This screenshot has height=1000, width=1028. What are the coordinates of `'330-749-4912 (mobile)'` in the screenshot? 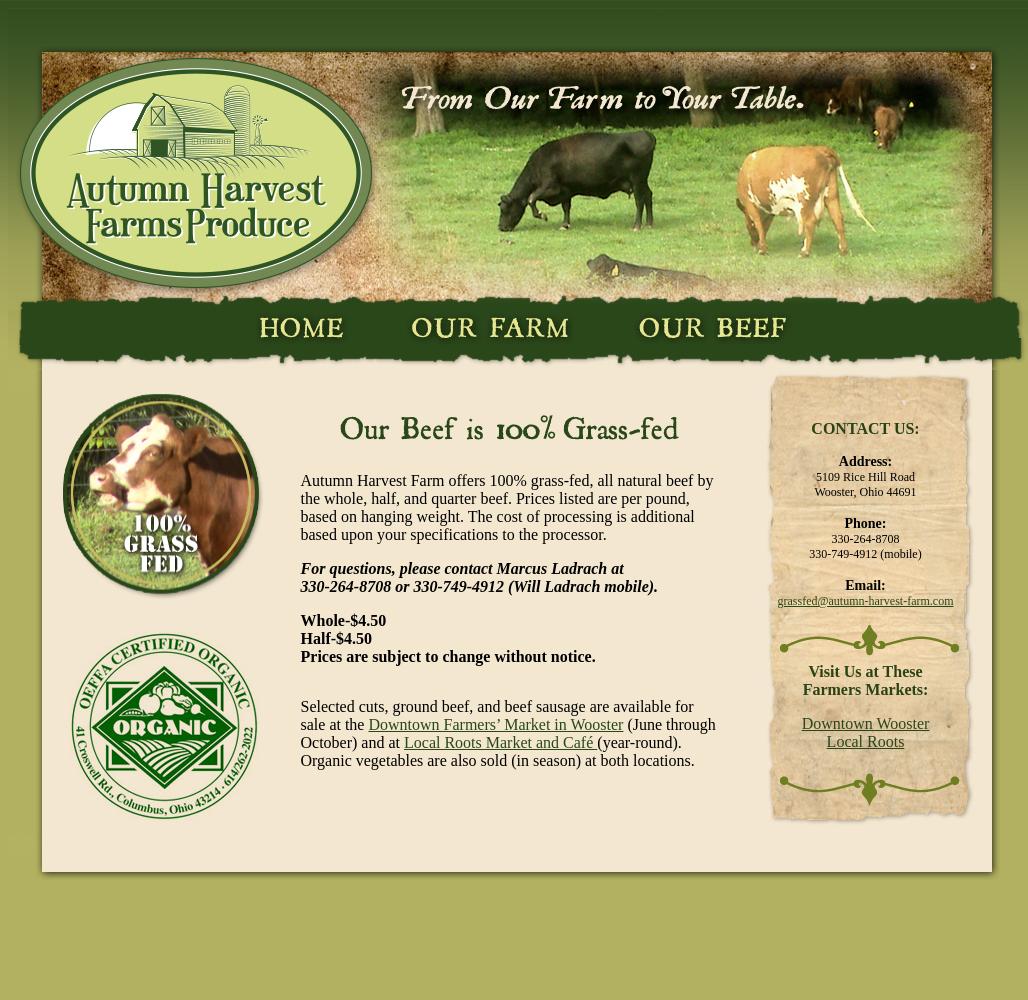 It's located at (863, 554).